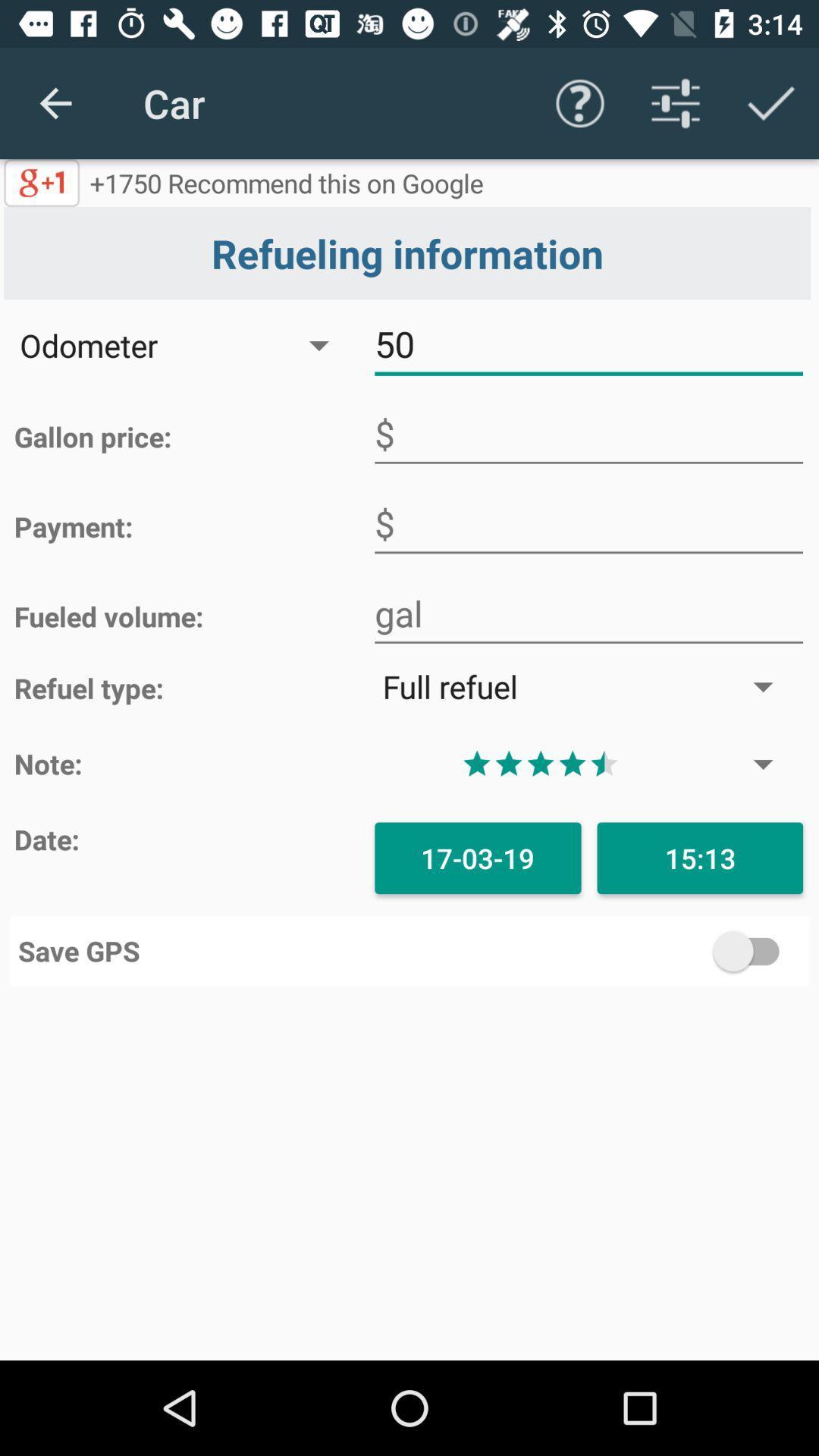 This screenshot has width=819, height=1456. Describe the element at coordinates (588, 433) in the screenshot. I see `input gallon price` at that location.